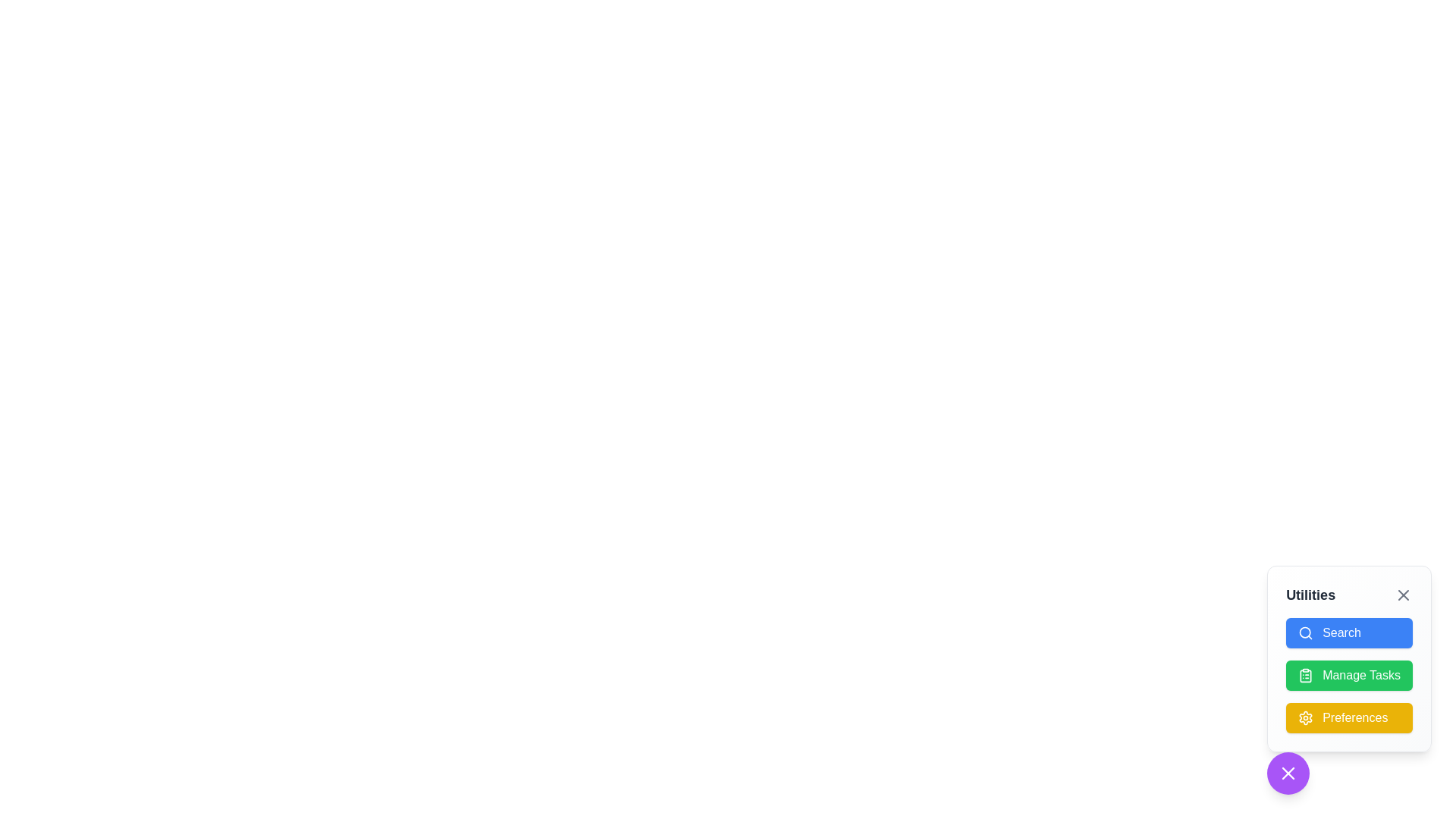  Describe the element at coordinates (1288, 773) in the screenshot. I see `the circular purple button with a white 'X' icon located` at that location.